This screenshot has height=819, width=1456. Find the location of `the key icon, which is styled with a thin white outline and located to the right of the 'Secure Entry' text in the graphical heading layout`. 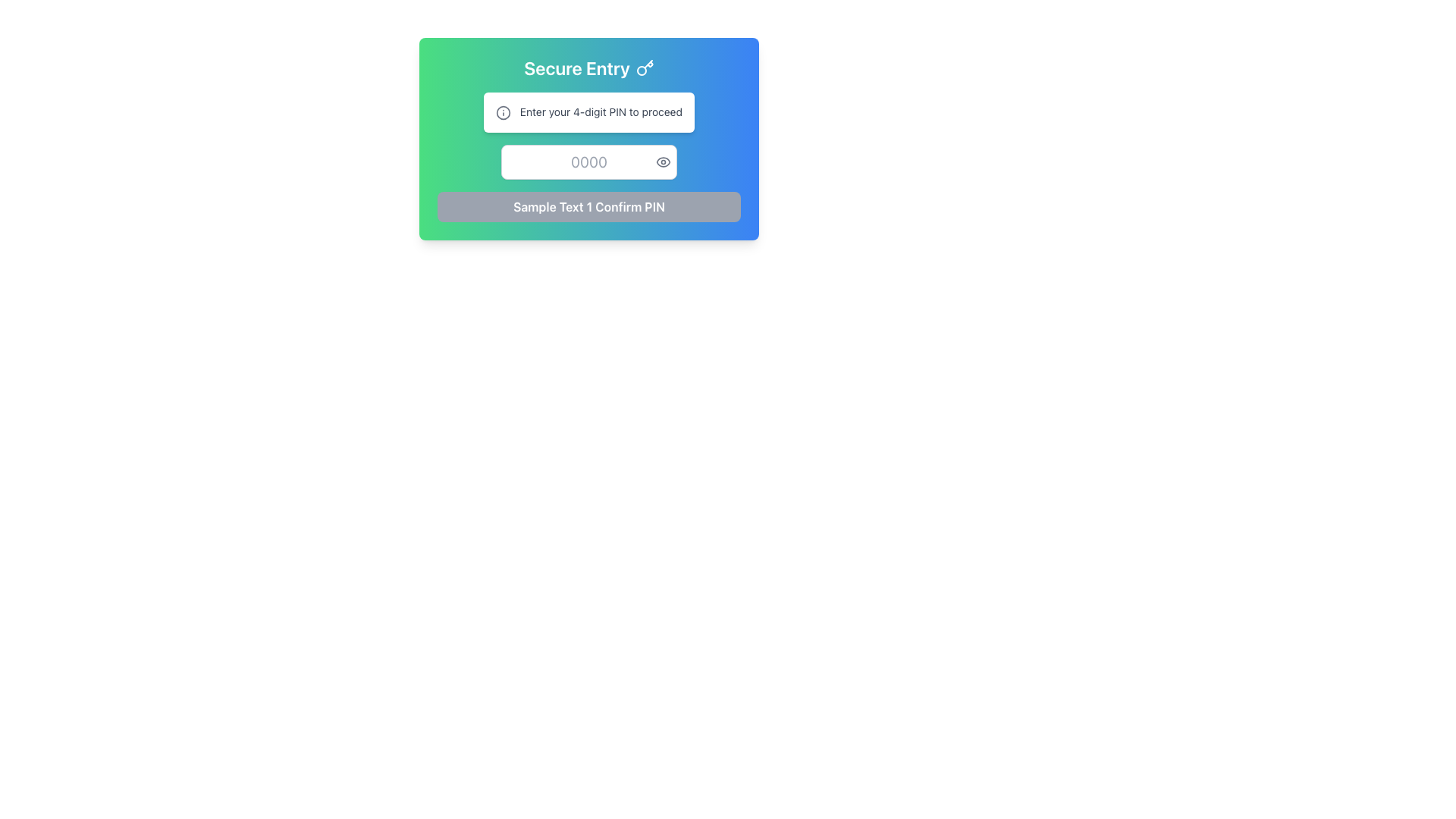

the key icon, which is styled with a thin white outline and located to the right of the 'Secure Entry' text in the graphical heading layout is located at coordinates (645, 67).